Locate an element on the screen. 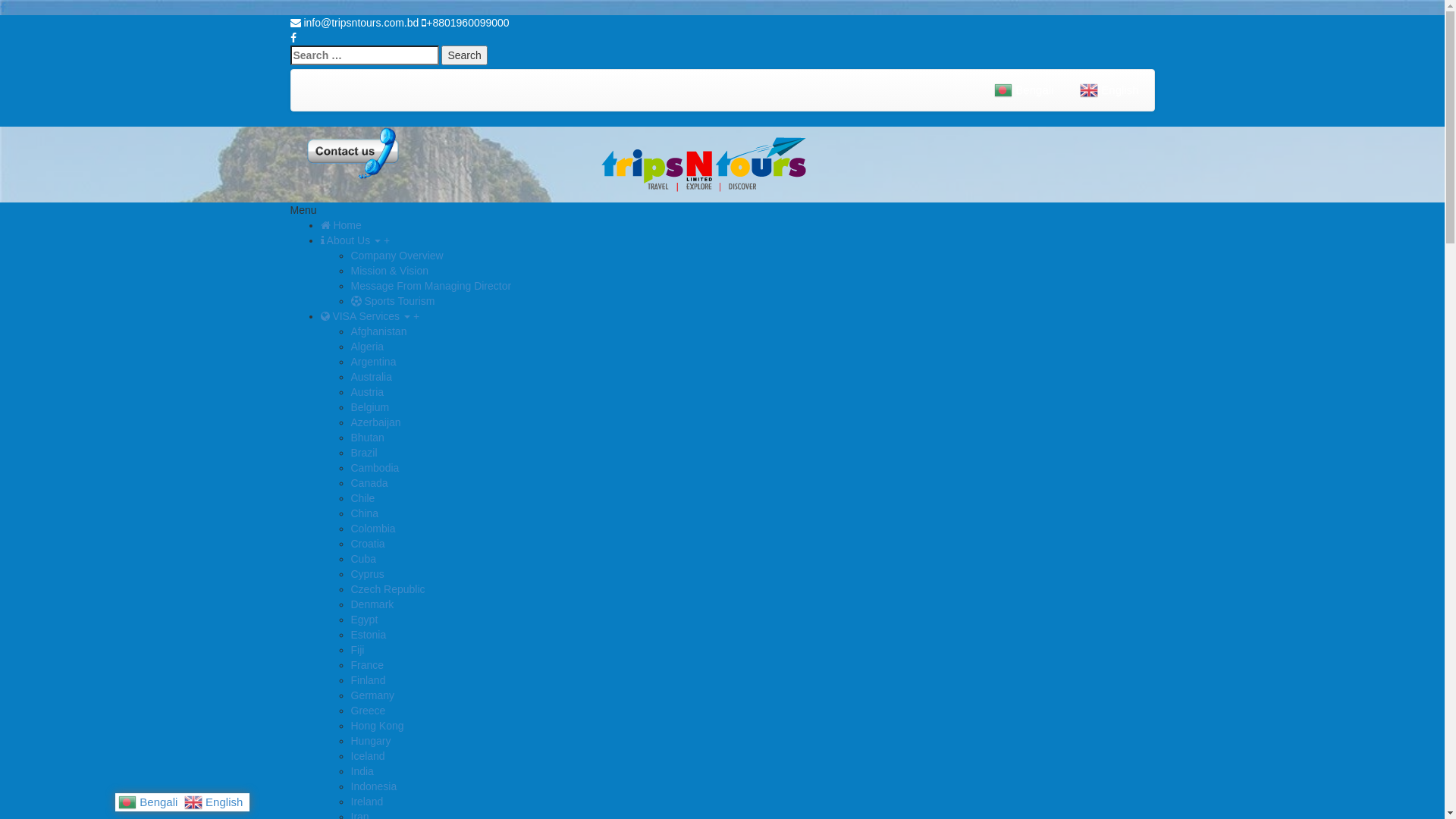  'Croatia' is located at coordinates (349, 543).